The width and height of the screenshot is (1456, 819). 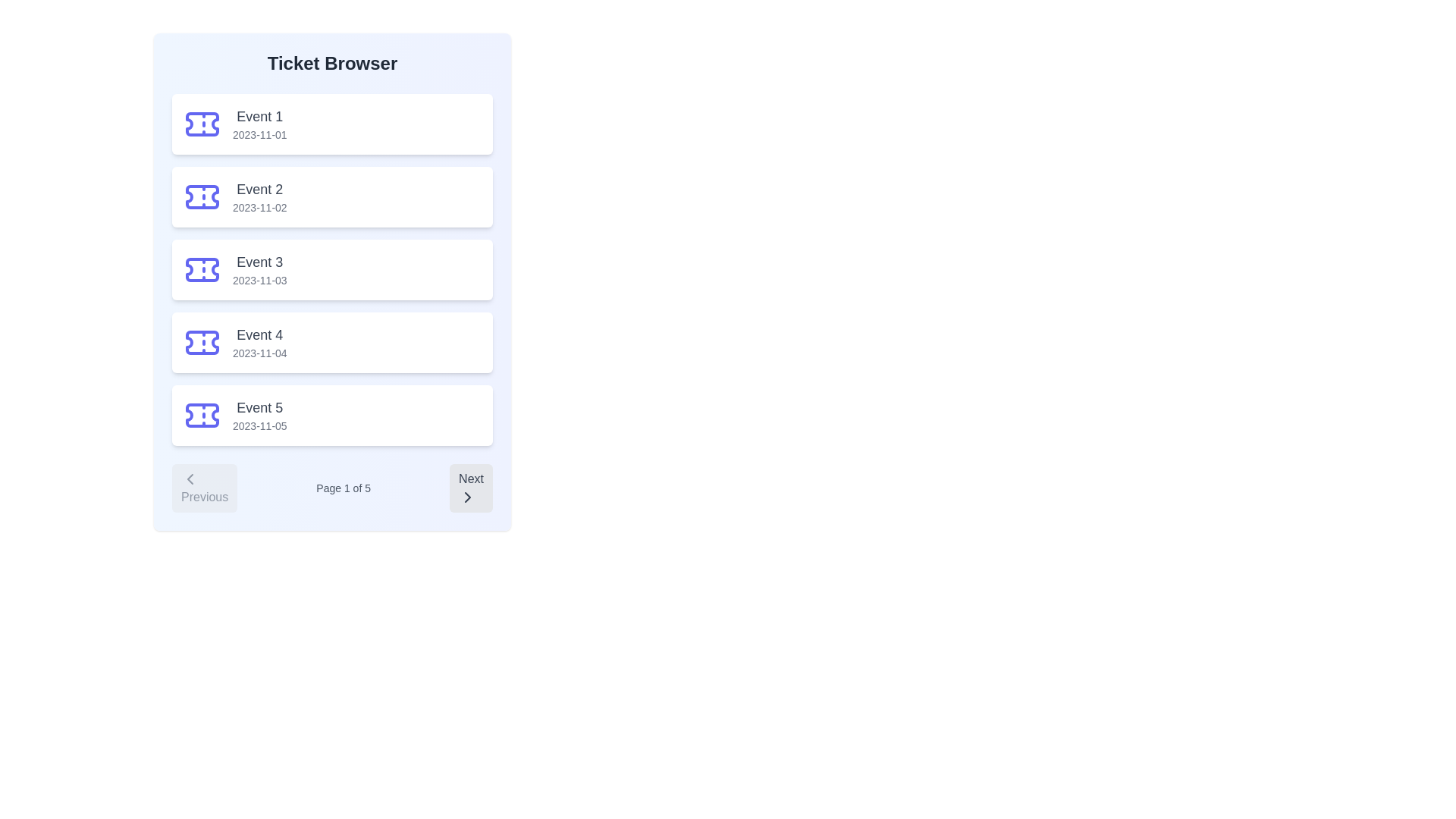 I want to click on the ticket icon located in the fifth event block, positioned to the left of the text 'Event 5' and '2023-11-05', so click(x=202, y=415).